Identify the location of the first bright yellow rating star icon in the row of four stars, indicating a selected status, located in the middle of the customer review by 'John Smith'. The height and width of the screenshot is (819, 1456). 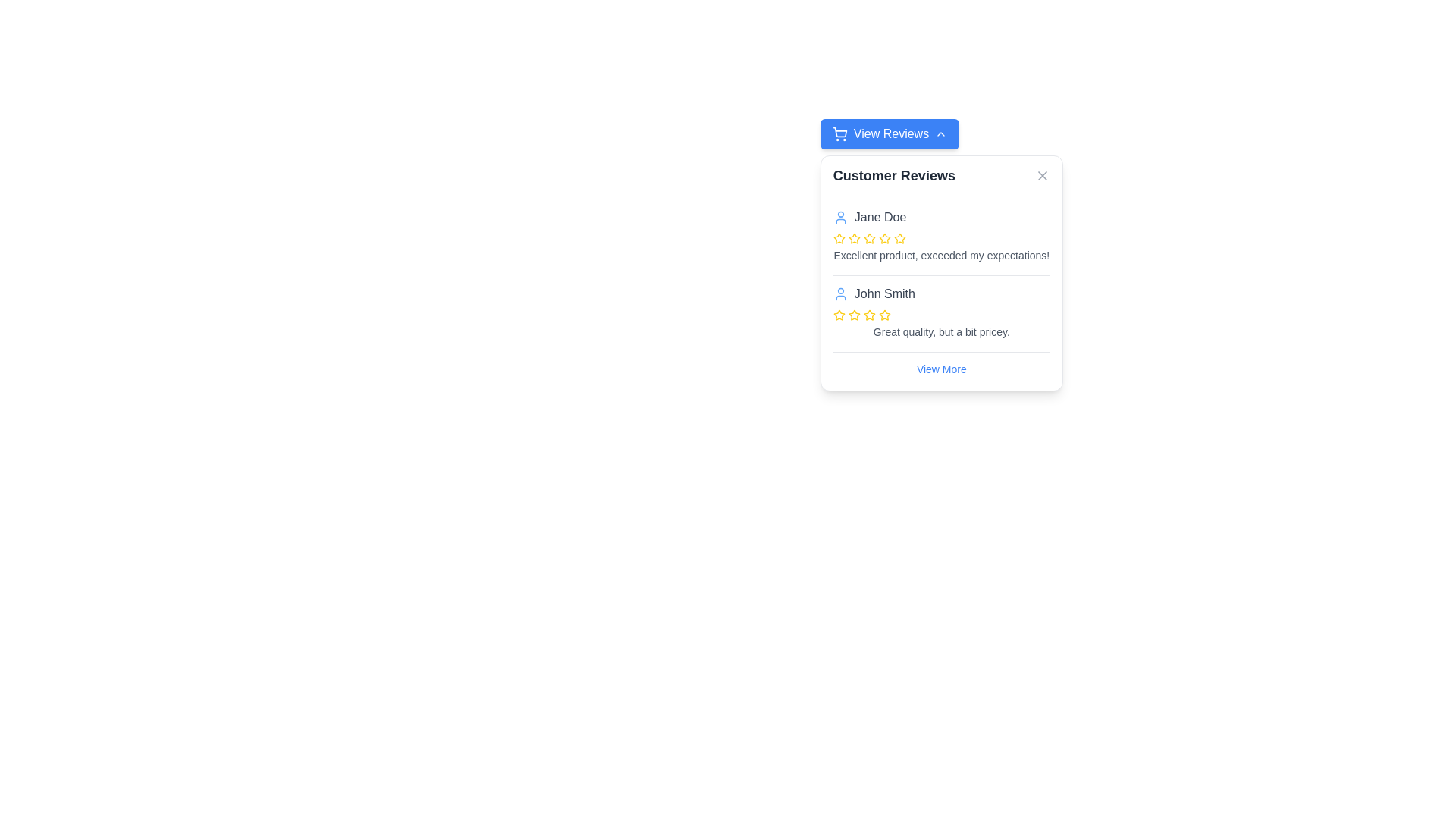
(838, 315).